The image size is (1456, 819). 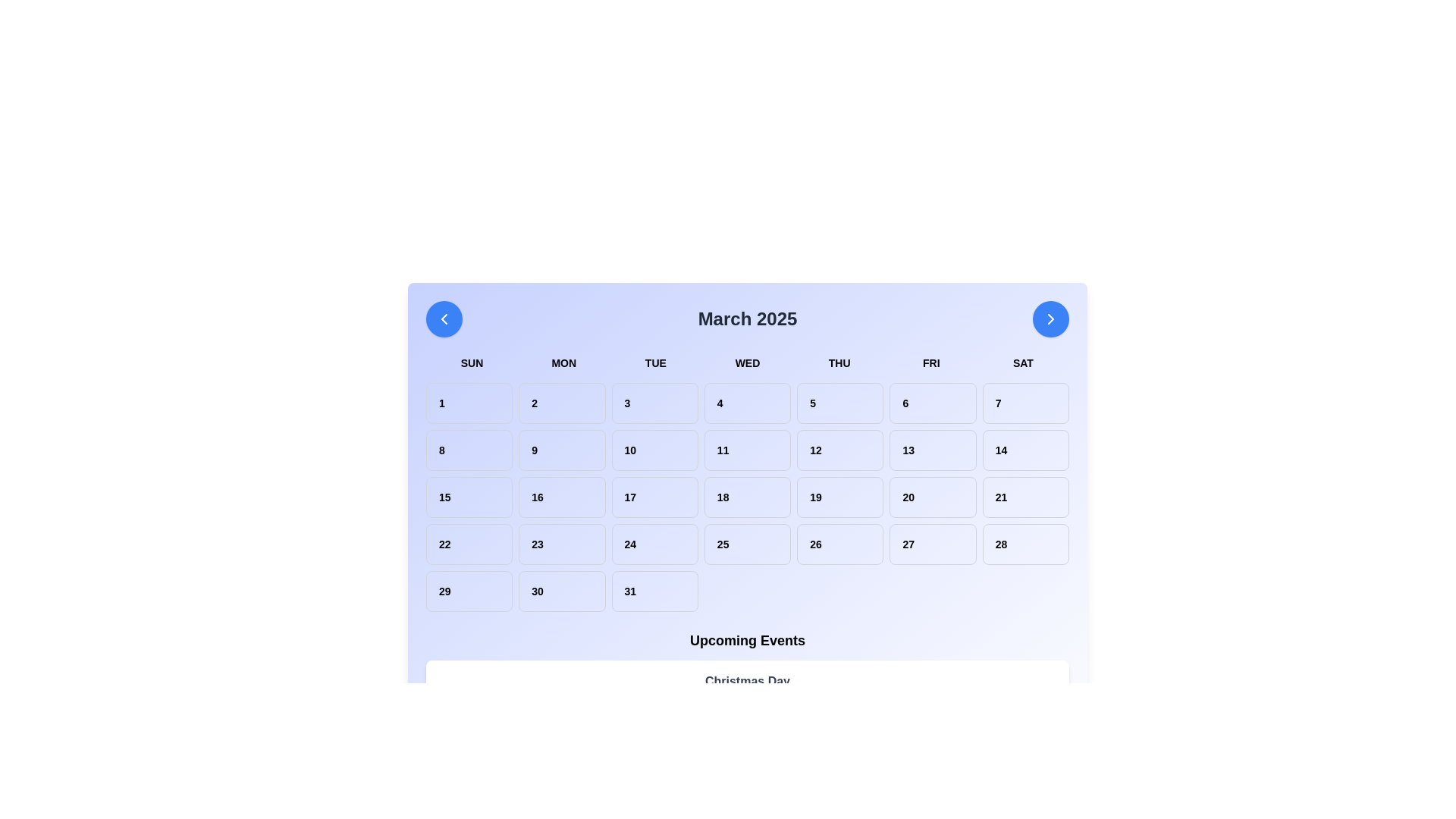 What do you see at coordinates (1025, 450) in the screenshot?
I see `the Button labeled '14' in the calendar layout` at bounding box center [1025, 450].